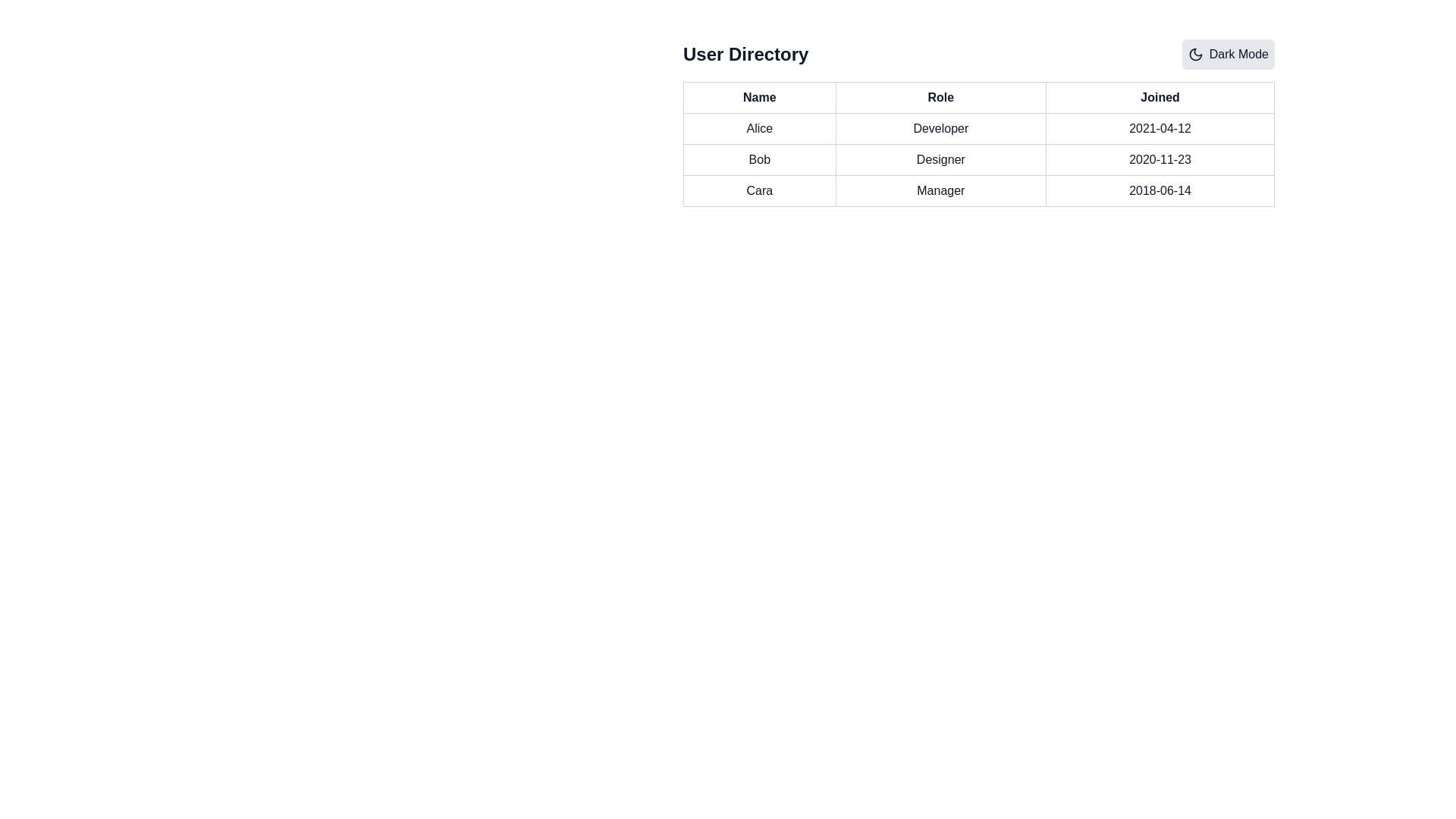 The image size is (1456, 819). Describe the element at coordinates (759, 190) in the screenshot. I see `the text label displaying the name of a person in the third row of the table under the 'Name' column` at that location.